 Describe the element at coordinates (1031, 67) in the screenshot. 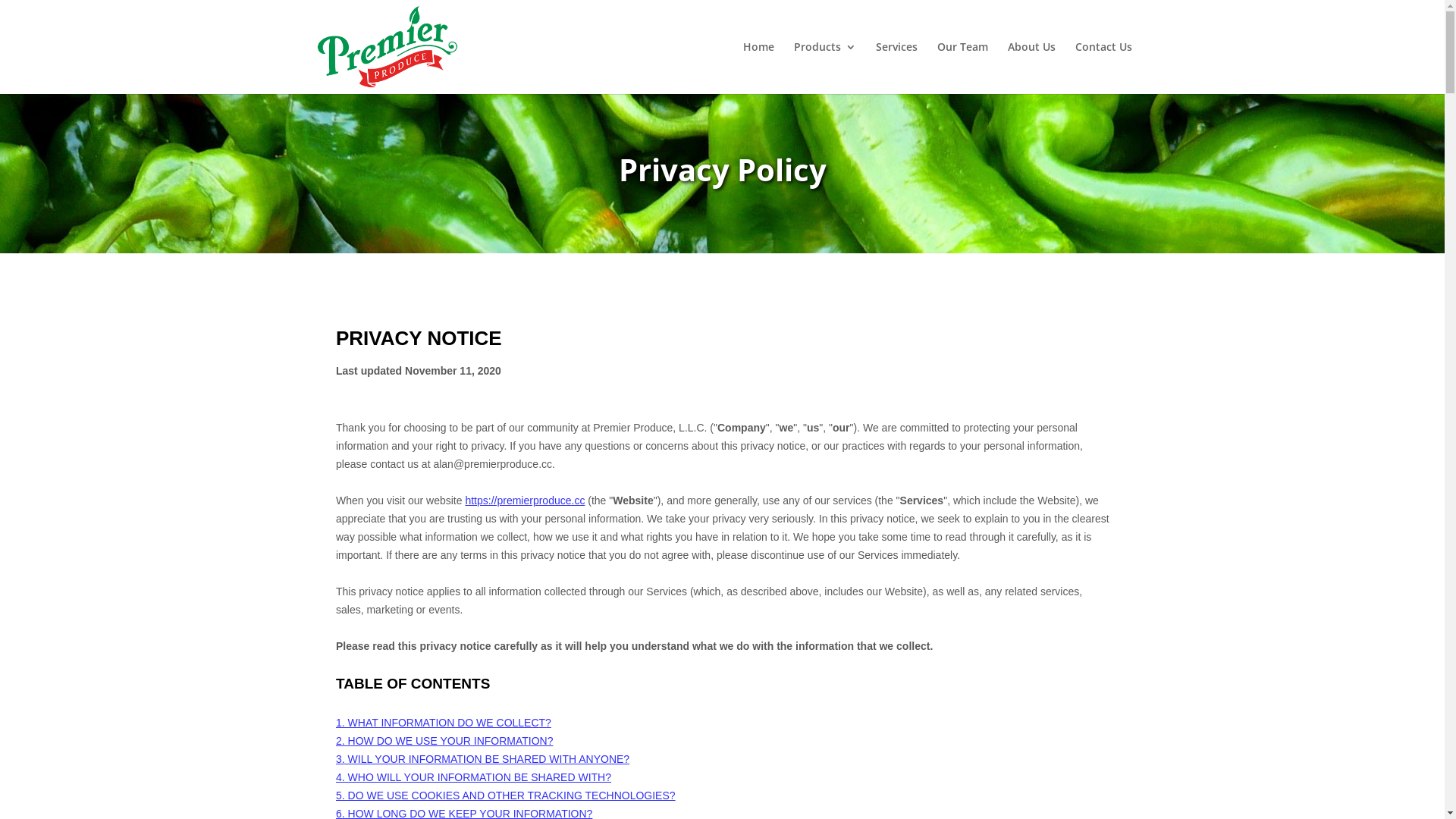

I see `'About Us'` at that location.